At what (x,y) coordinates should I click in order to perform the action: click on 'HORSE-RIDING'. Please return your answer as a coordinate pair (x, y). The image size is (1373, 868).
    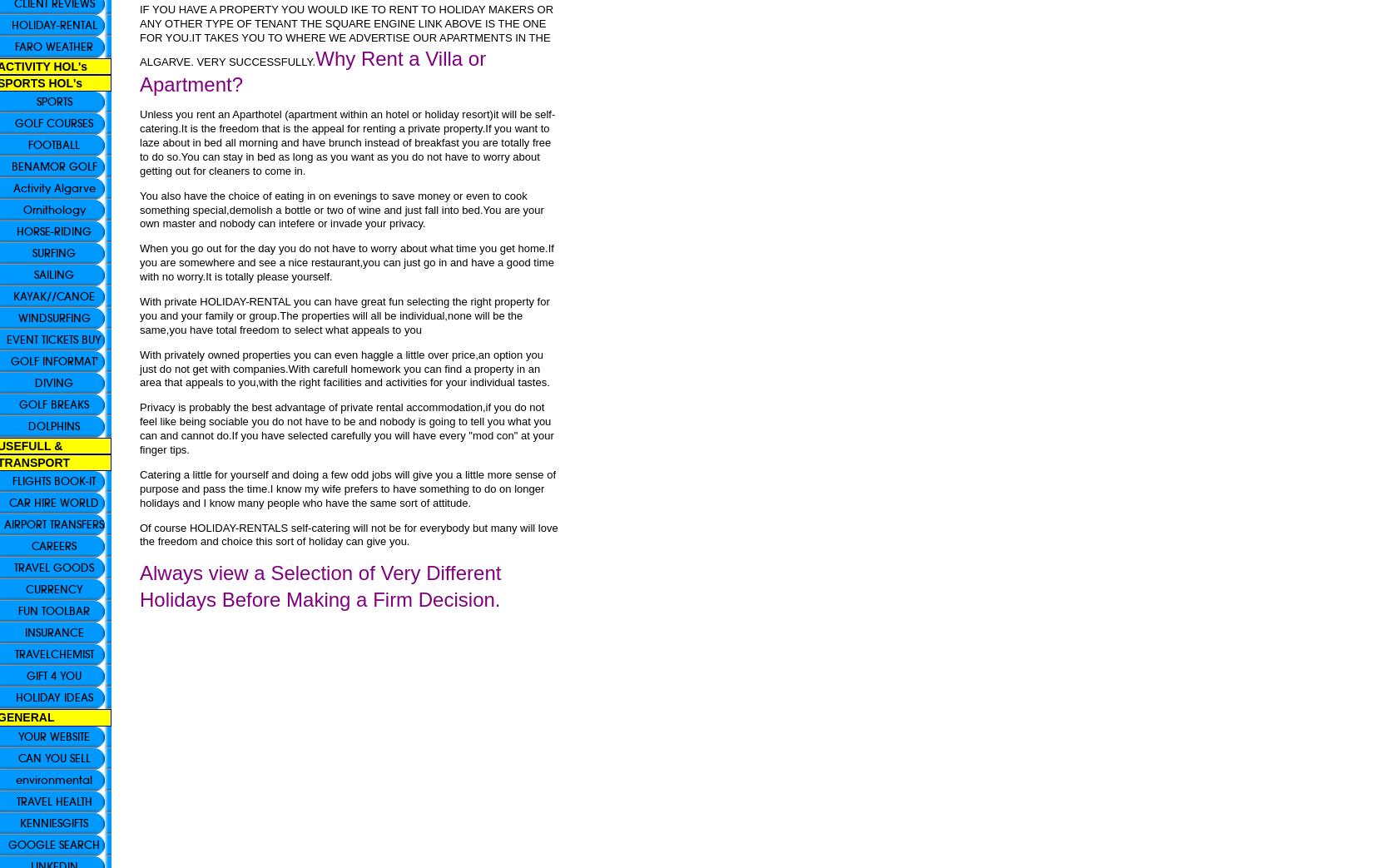
    Looking at the image, I should click on (54, 231).